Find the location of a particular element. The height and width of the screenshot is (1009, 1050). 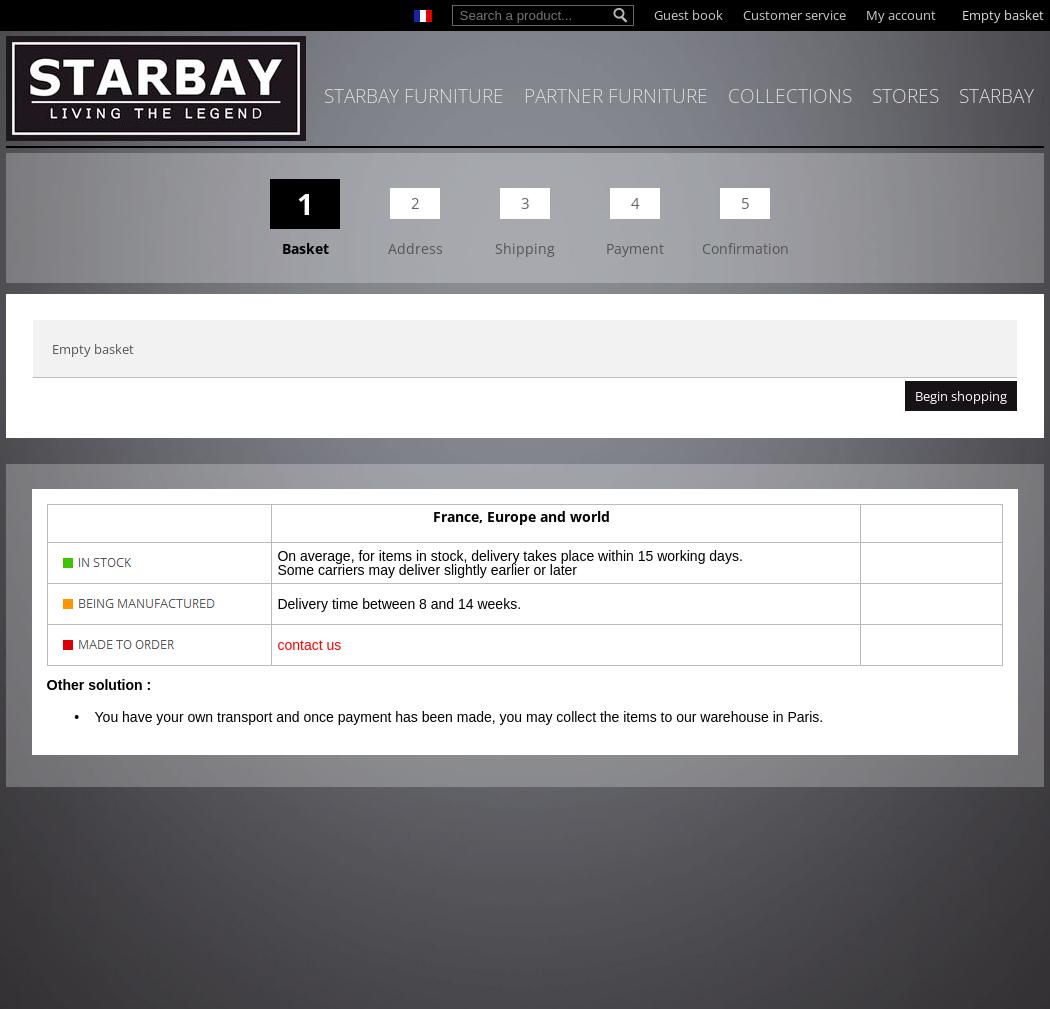

'Poufs' is located at coordinates (46, 199).